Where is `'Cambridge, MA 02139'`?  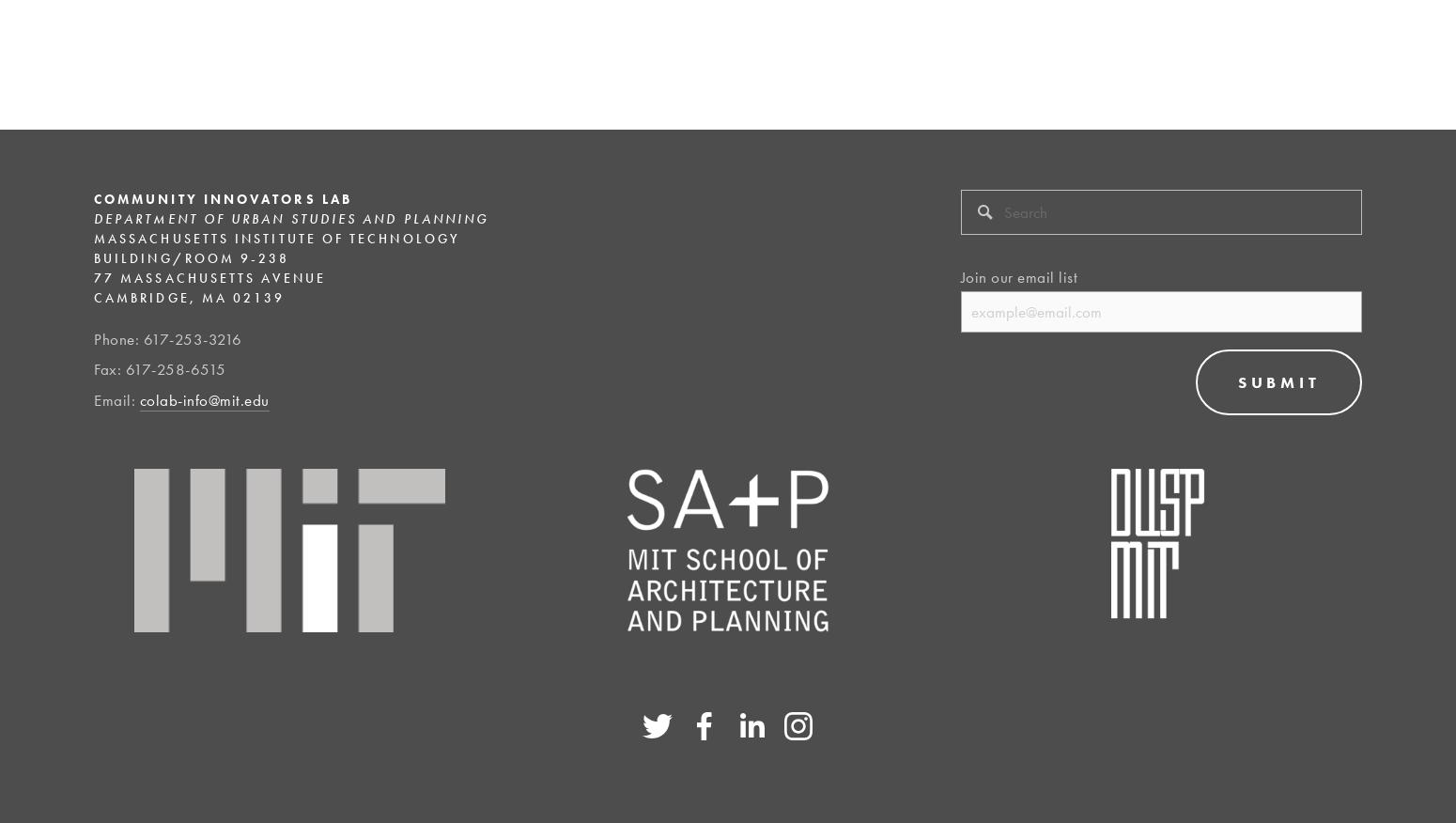 'Cambridge, MA 02139' is located at coordinates (188, 296).